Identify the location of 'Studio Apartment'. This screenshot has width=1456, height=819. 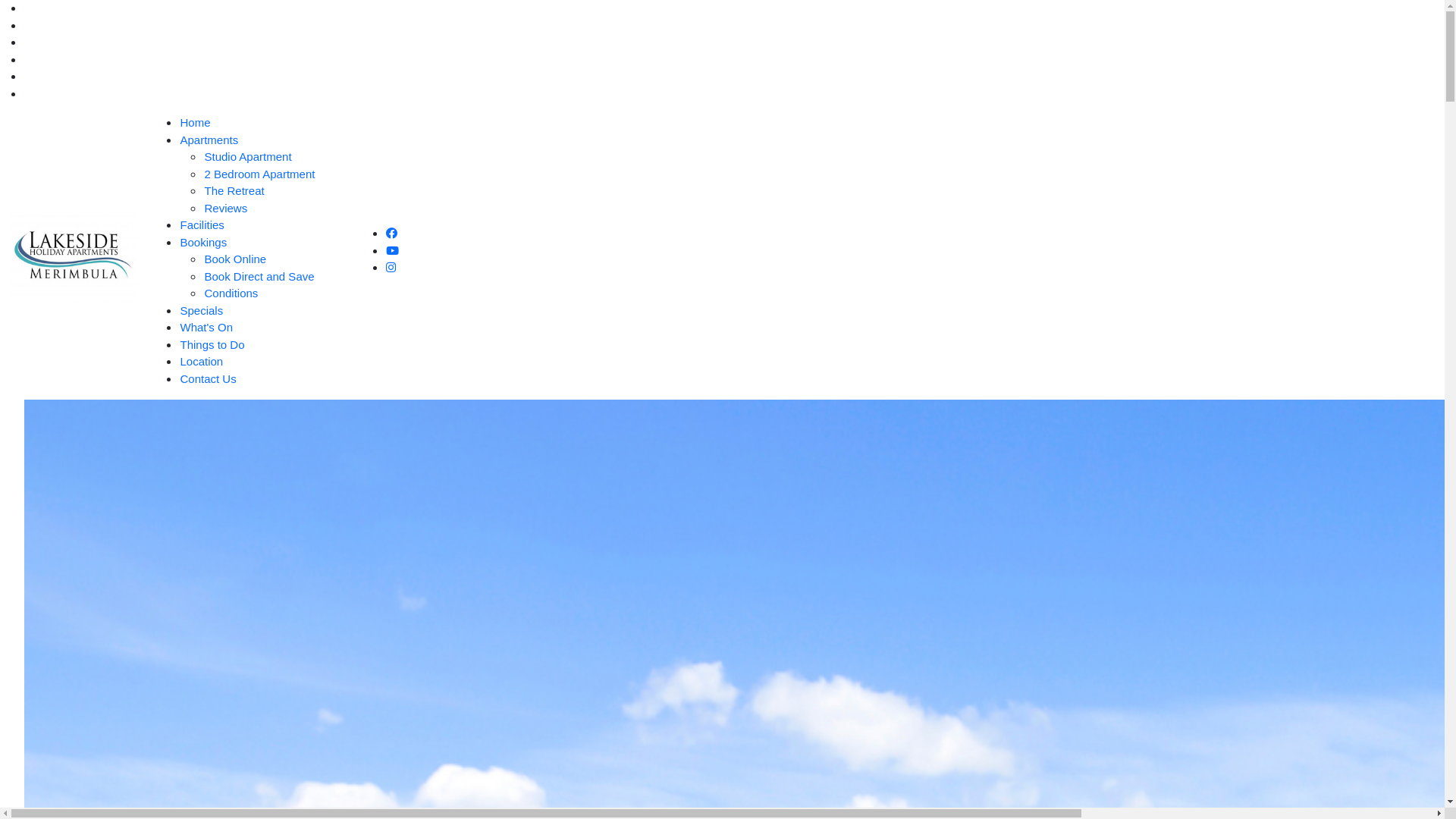
(202, 156).